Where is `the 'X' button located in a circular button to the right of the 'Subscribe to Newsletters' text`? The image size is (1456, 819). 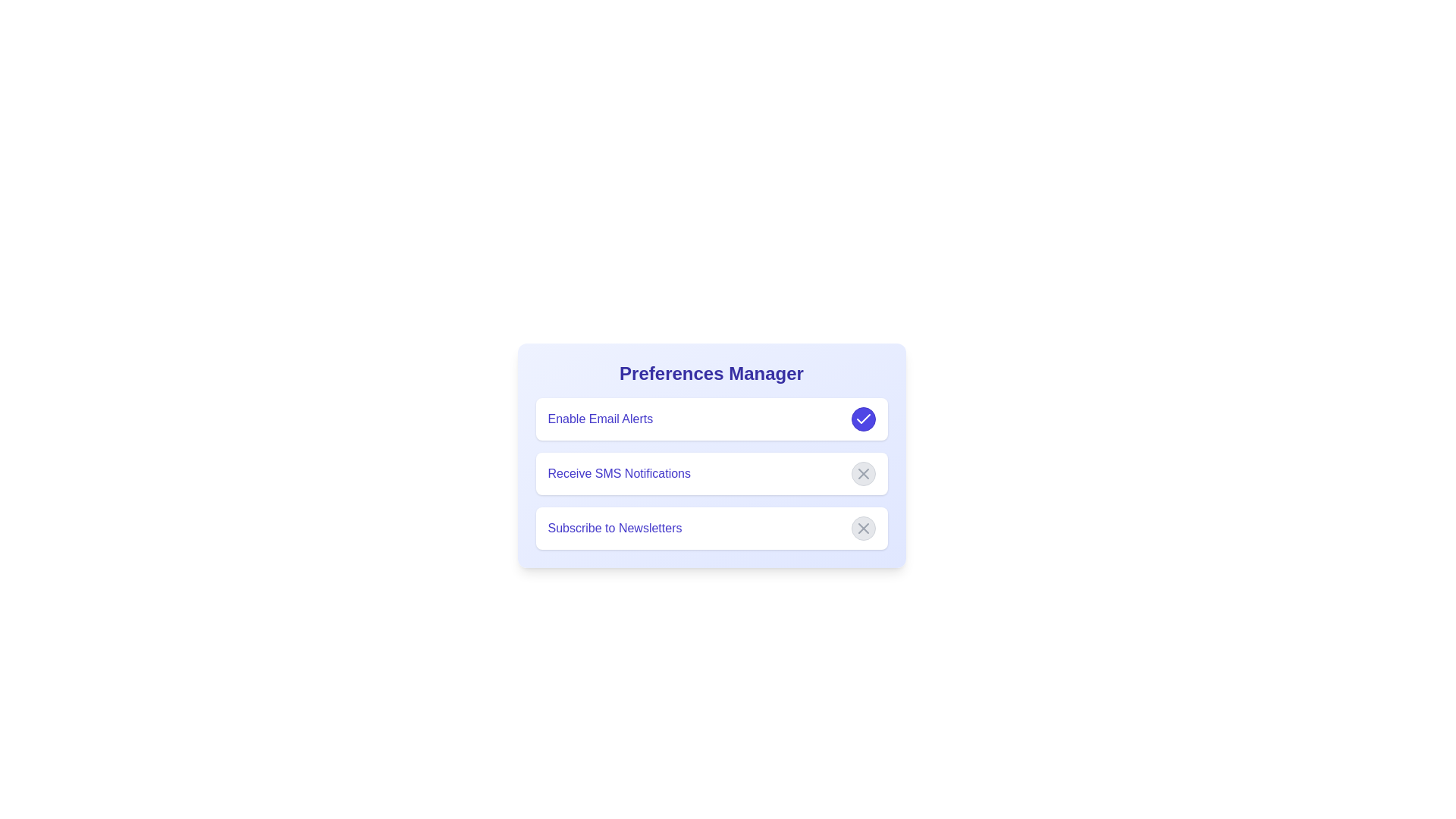 the 'X' button located in a circular button to the right of the 'Subscribe to Newsletters' text is located at coordinates (863, 528).